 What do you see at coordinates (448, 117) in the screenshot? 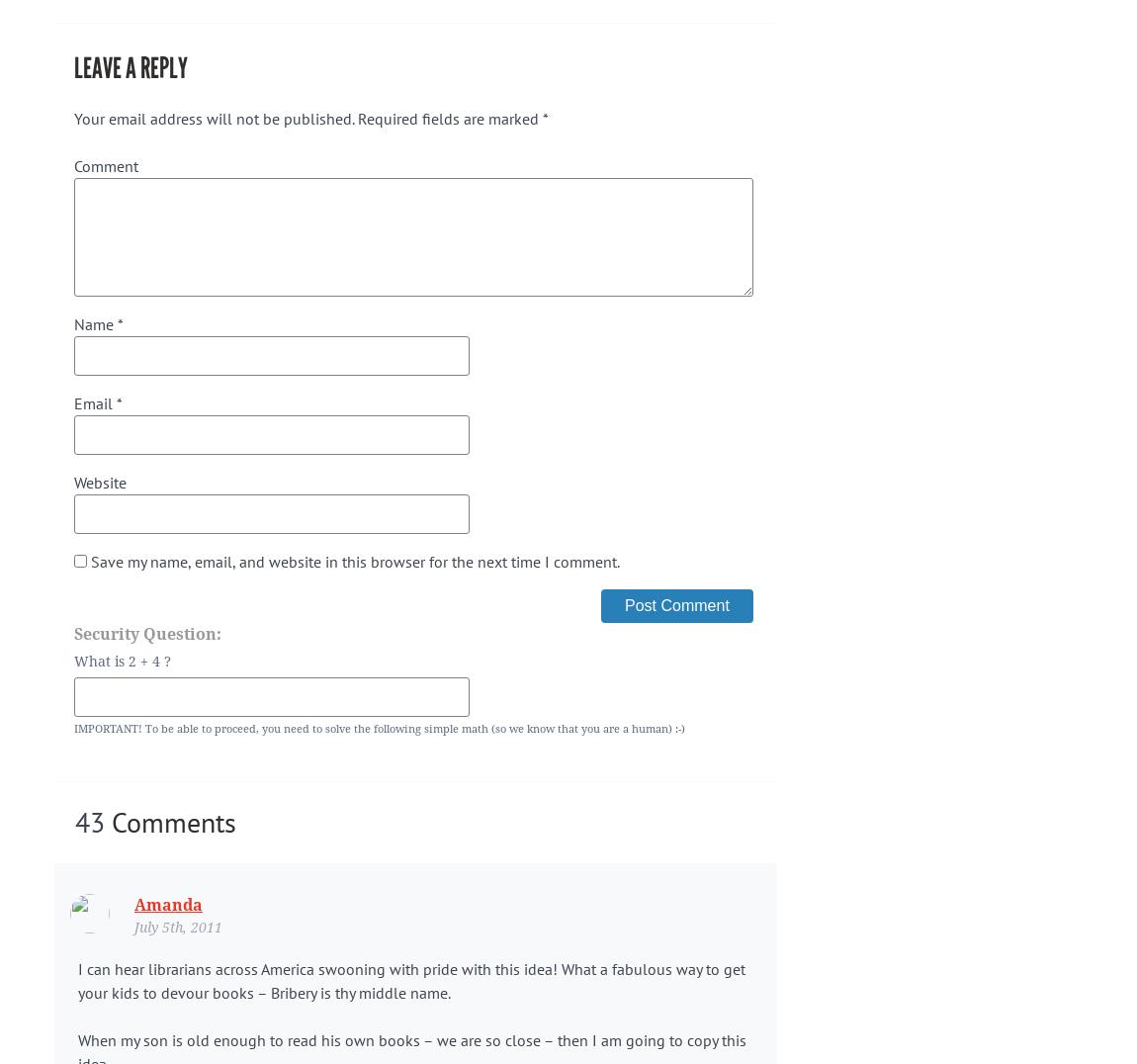
I see `'Required fields are marked'` at bounding box center [448, 117].